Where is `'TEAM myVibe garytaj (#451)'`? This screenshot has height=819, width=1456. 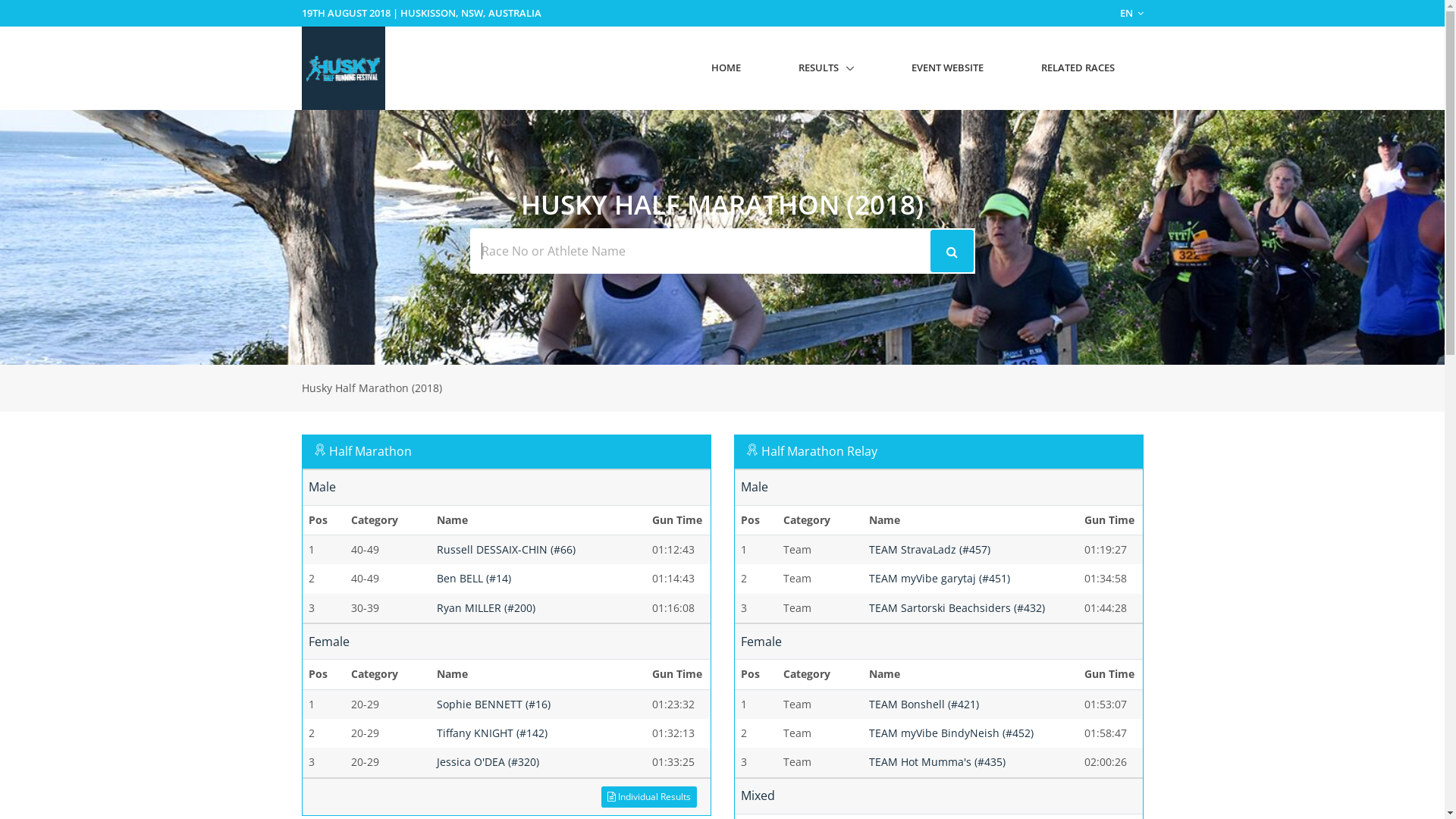 'TEAM myVibe garytaj (#451)' is located at coordinates (869, 578).